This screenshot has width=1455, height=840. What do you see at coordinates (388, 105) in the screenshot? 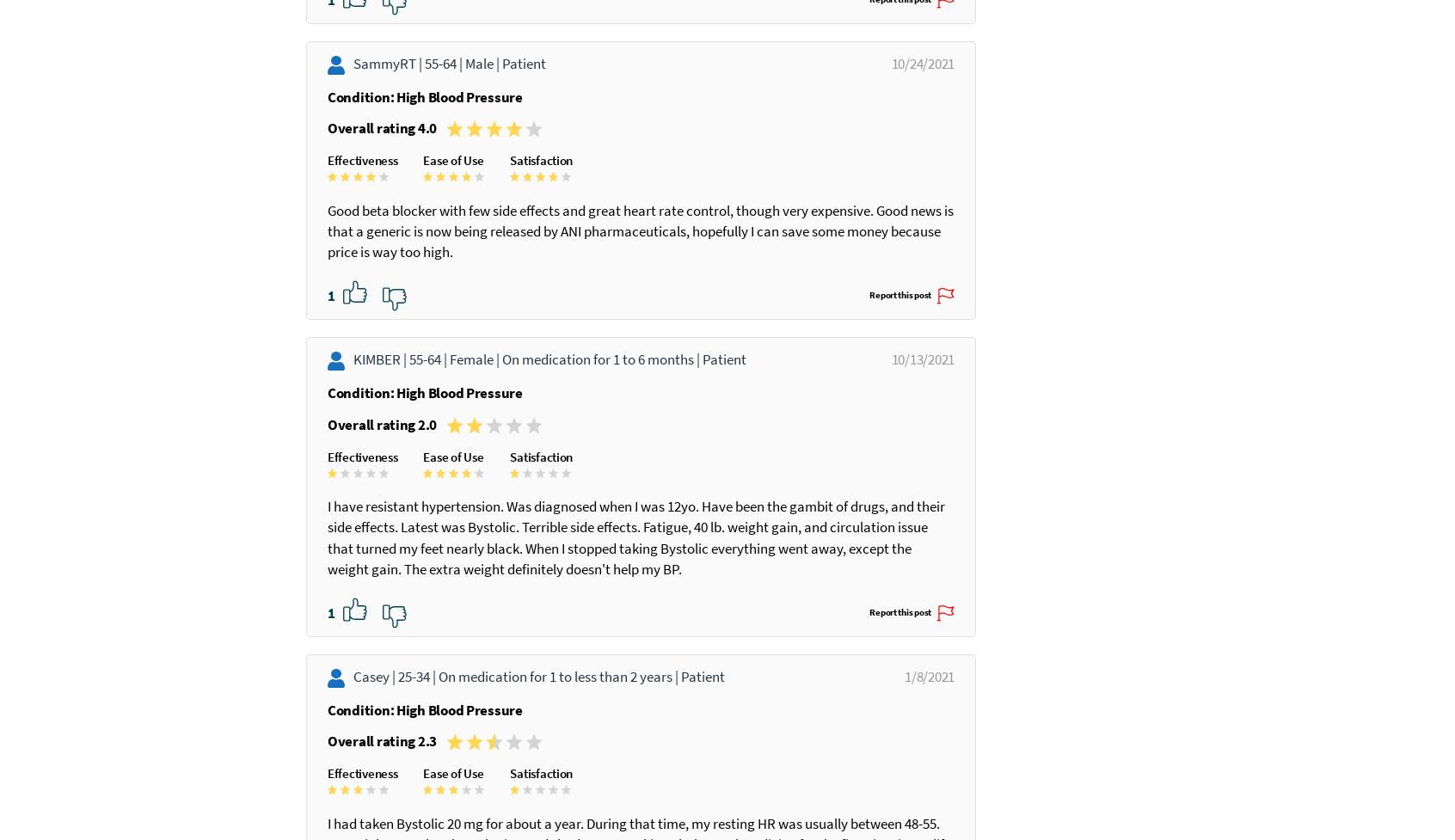
I see `'SammyRT |'` at bounding box center [388, 105].